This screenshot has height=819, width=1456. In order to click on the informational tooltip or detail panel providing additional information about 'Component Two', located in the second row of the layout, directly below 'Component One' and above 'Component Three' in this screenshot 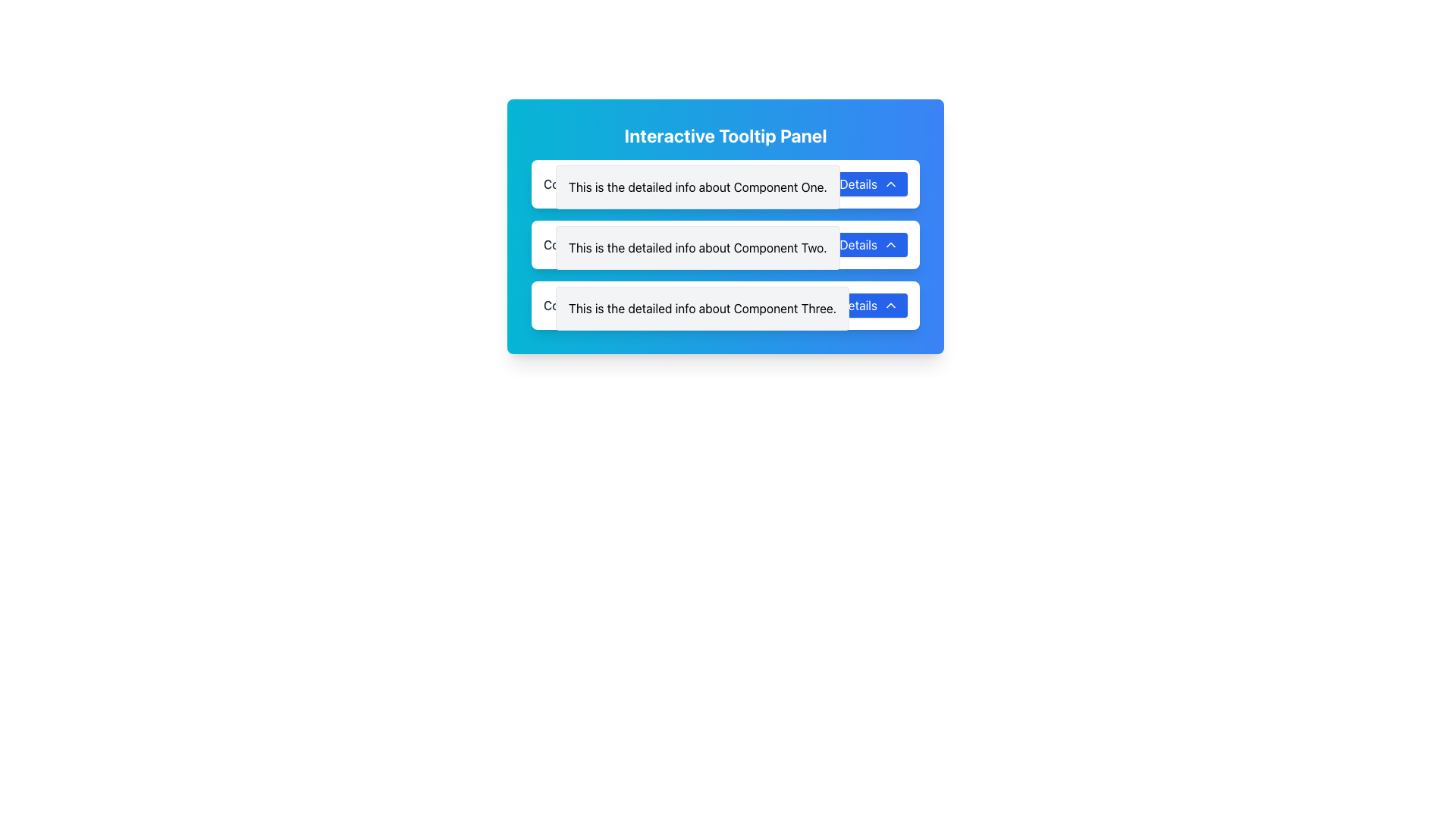, I will do `click(697, 247)`.